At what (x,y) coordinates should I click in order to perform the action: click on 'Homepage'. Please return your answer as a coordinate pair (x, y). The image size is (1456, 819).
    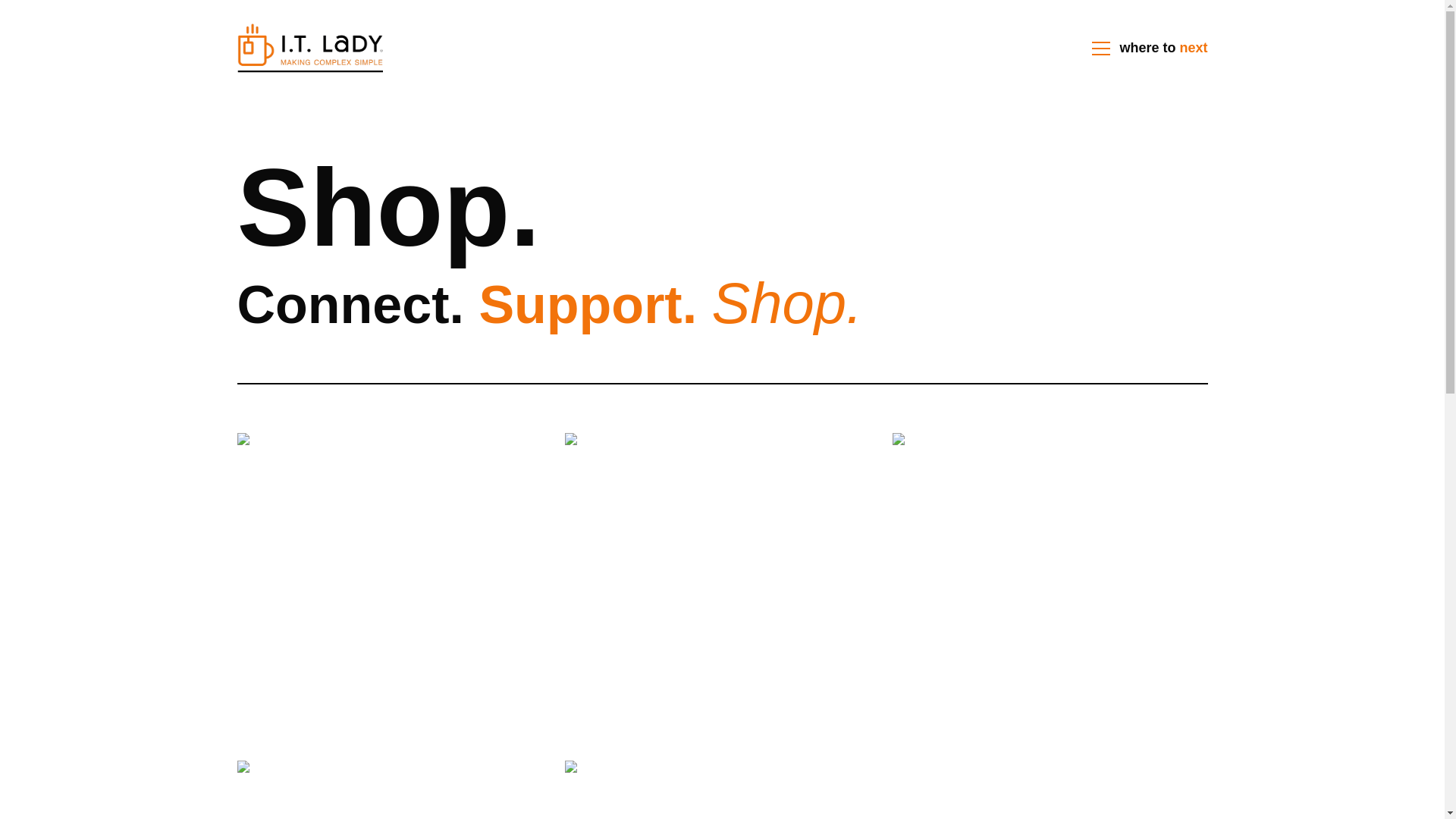
    Looking at the image, I should click on (309, 47).